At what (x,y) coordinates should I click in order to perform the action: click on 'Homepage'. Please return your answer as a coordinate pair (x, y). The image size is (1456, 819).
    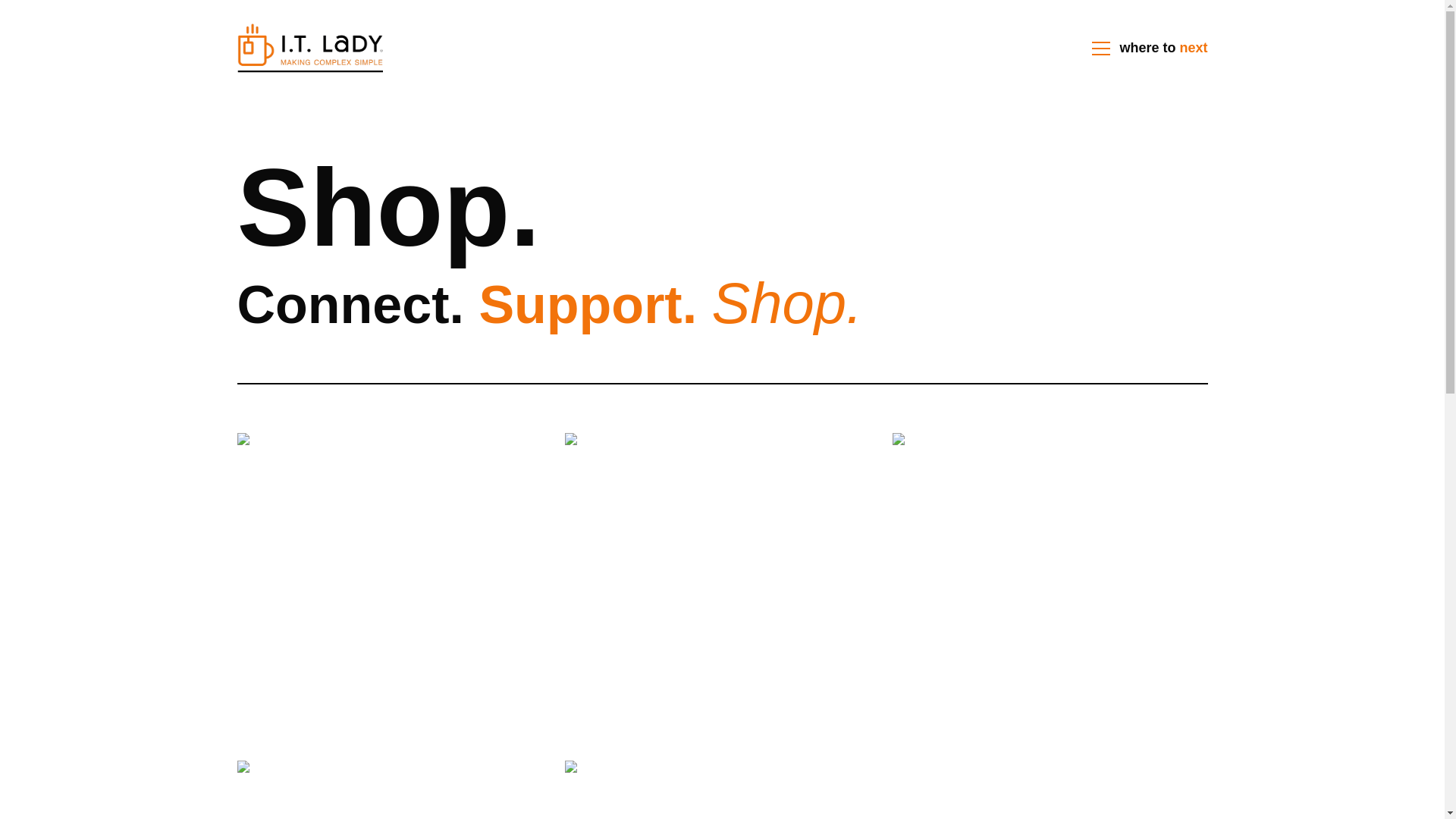
    Looking at the image, I should click on (309, 47).